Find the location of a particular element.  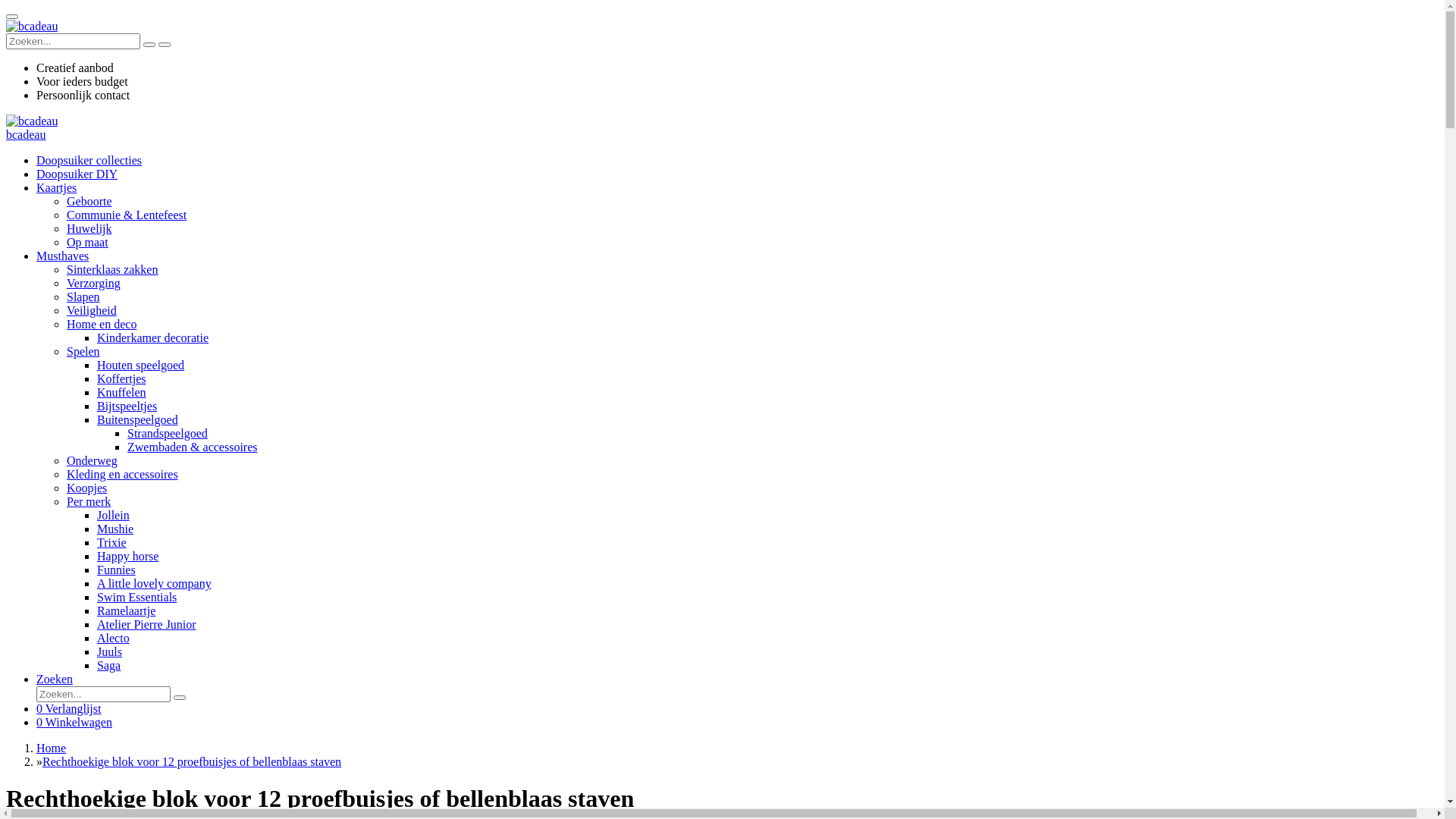

'Saga' is located at coordinates (108, 664).